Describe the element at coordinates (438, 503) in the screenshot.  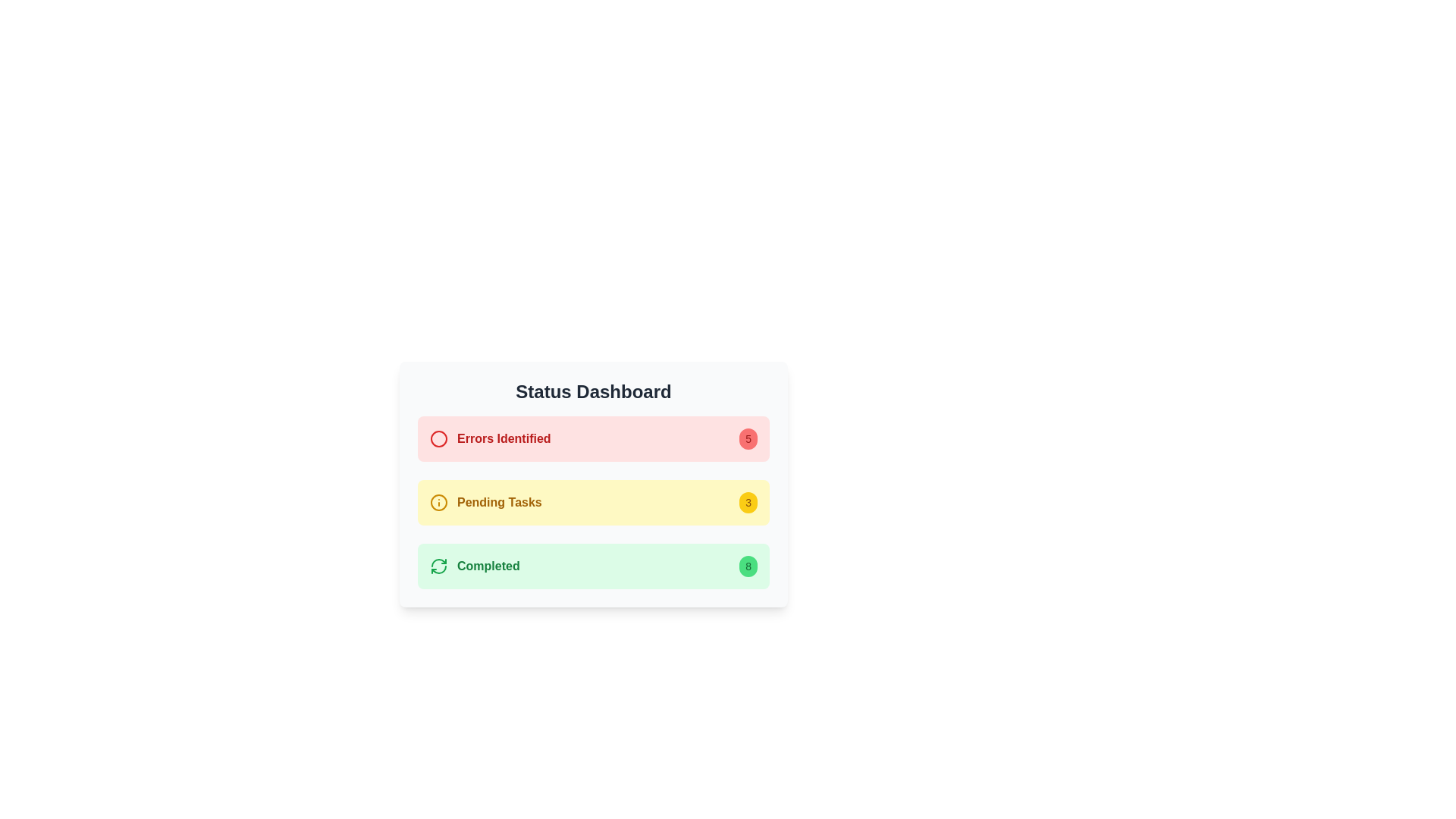
I see `the information icon located to the immediate left of the 'Pending Tasks' text in the Status Dashboard area` at that location.